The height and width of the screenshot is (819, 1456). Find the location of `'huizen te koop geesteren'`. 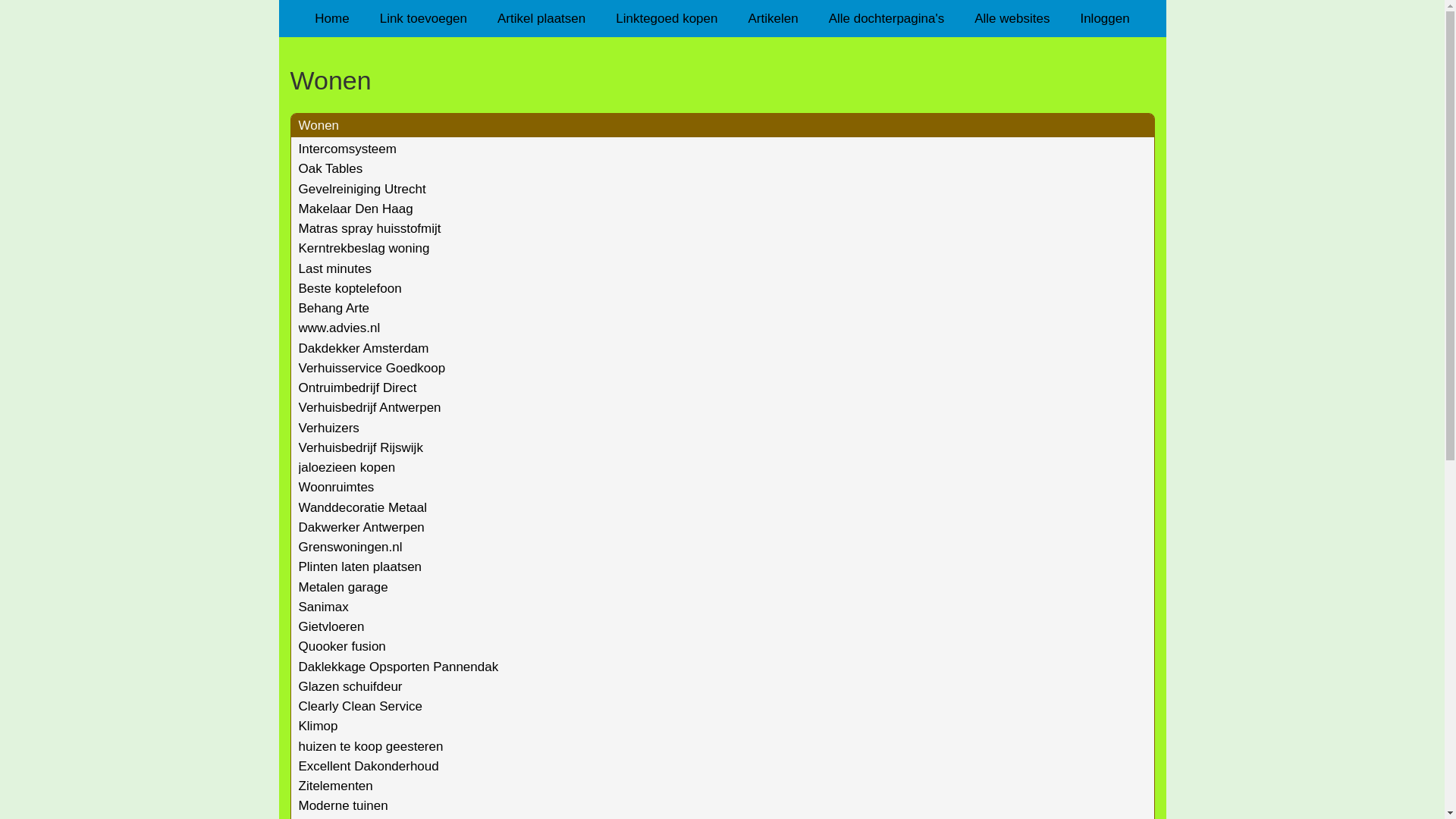

'huizen te koop geesteren' is located at coordinates (298, 745).